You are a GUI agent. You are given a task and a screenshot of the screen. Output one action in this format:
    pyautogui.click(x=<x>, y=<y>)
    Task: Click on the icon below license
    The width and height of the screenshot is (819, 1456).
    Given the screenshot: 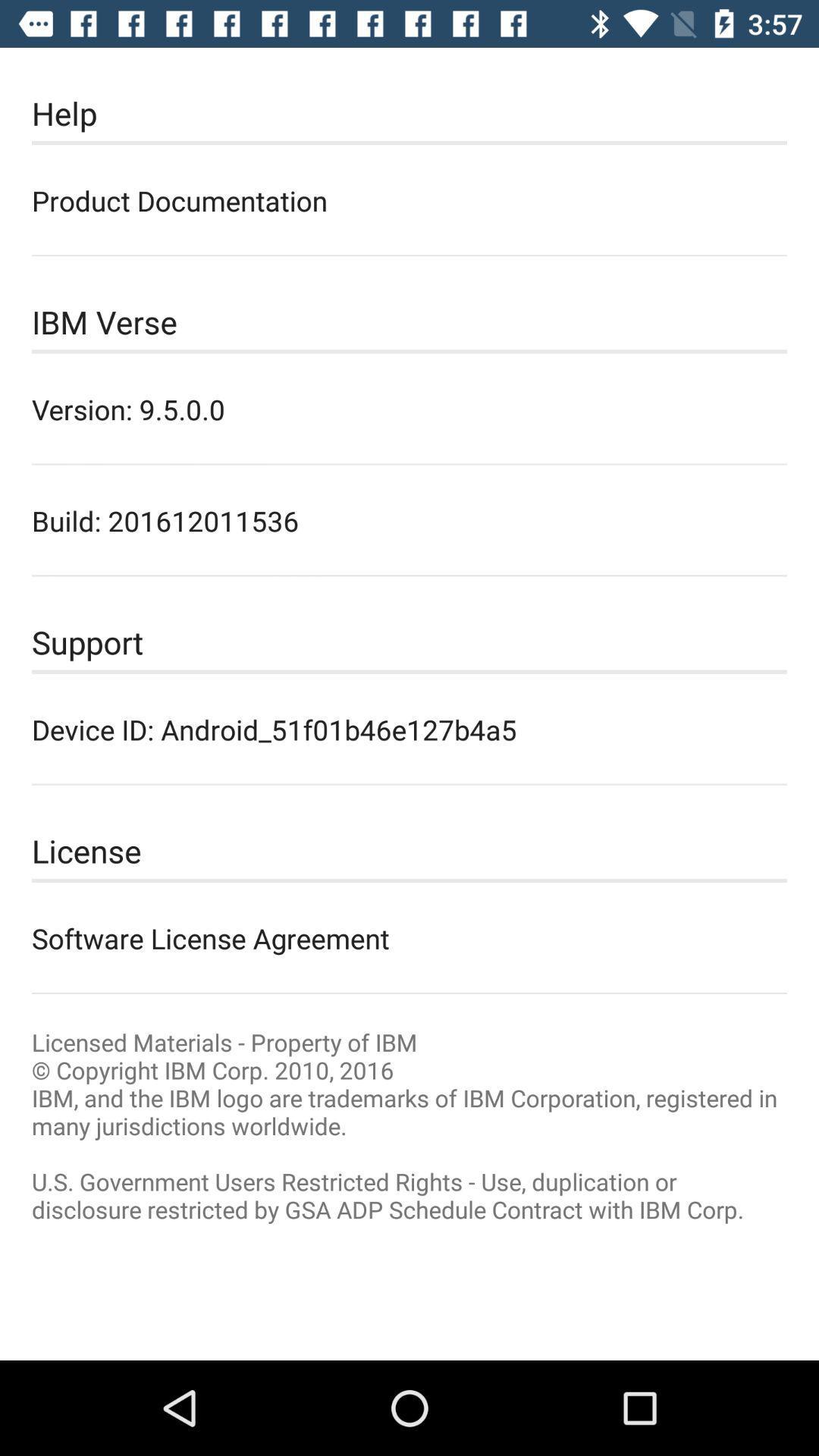 What is the action you would take?
    pyautogui.click(x=409, y=937)
    